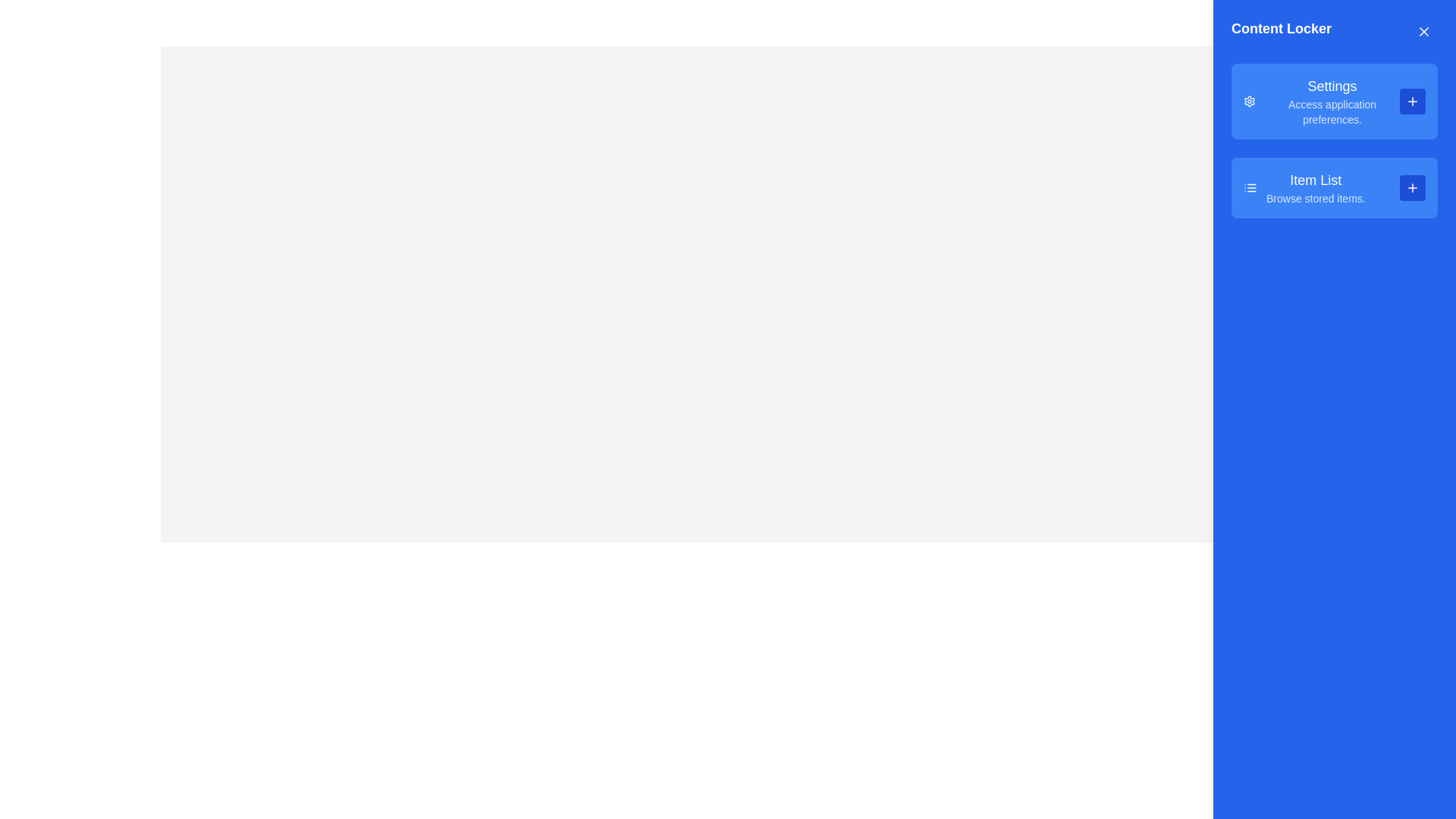 Image resolution: width=1456 pixels, height=819 pixels. I want to click on the interactive text block located in the blue sidebar, positioned as the second item below 'Settings', so click(1315, 187).